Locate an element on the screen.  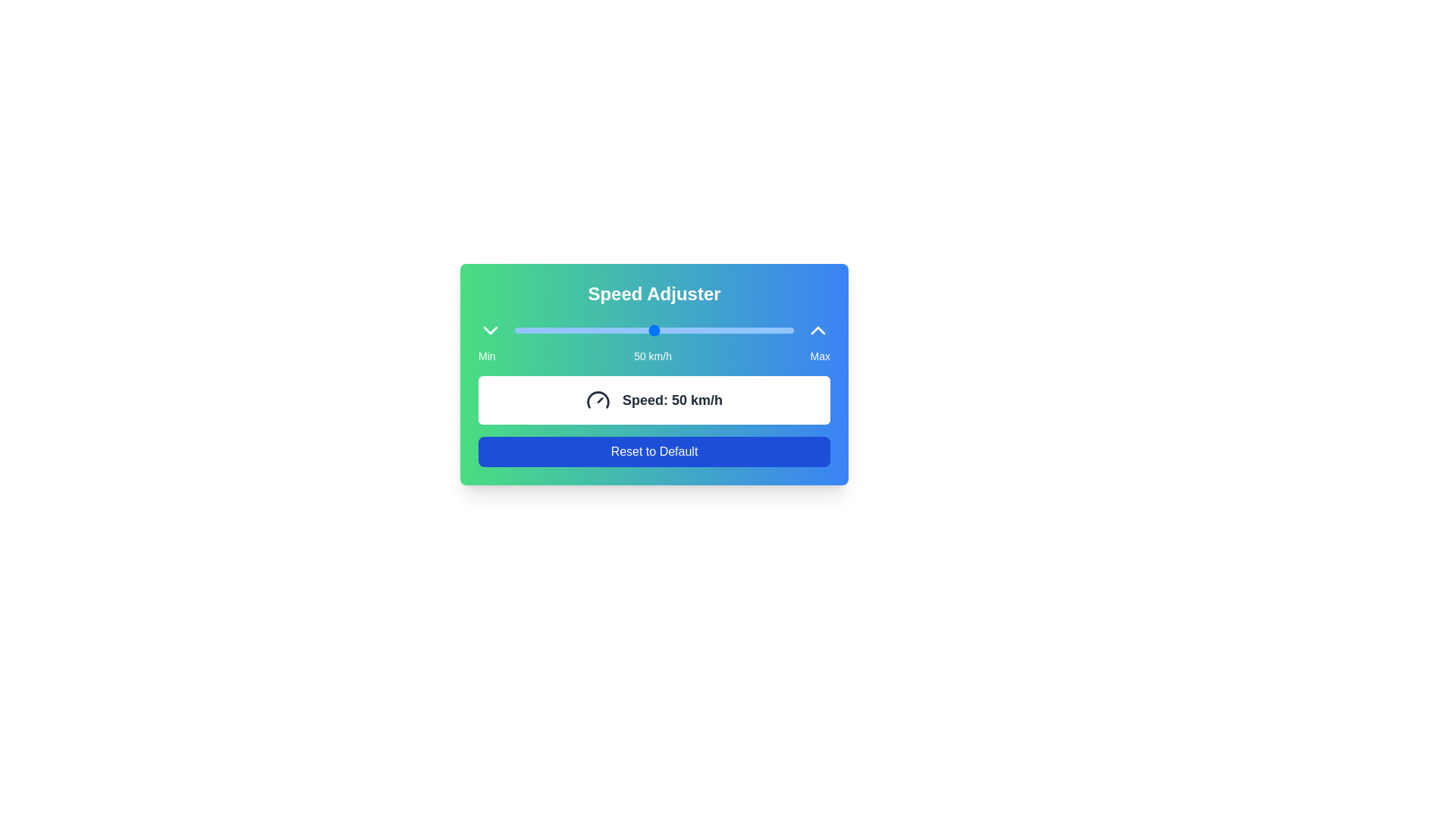
the downward-facing chevron icon on the left side of the Speed Adjuster panel is located at coordinates (491, 329).